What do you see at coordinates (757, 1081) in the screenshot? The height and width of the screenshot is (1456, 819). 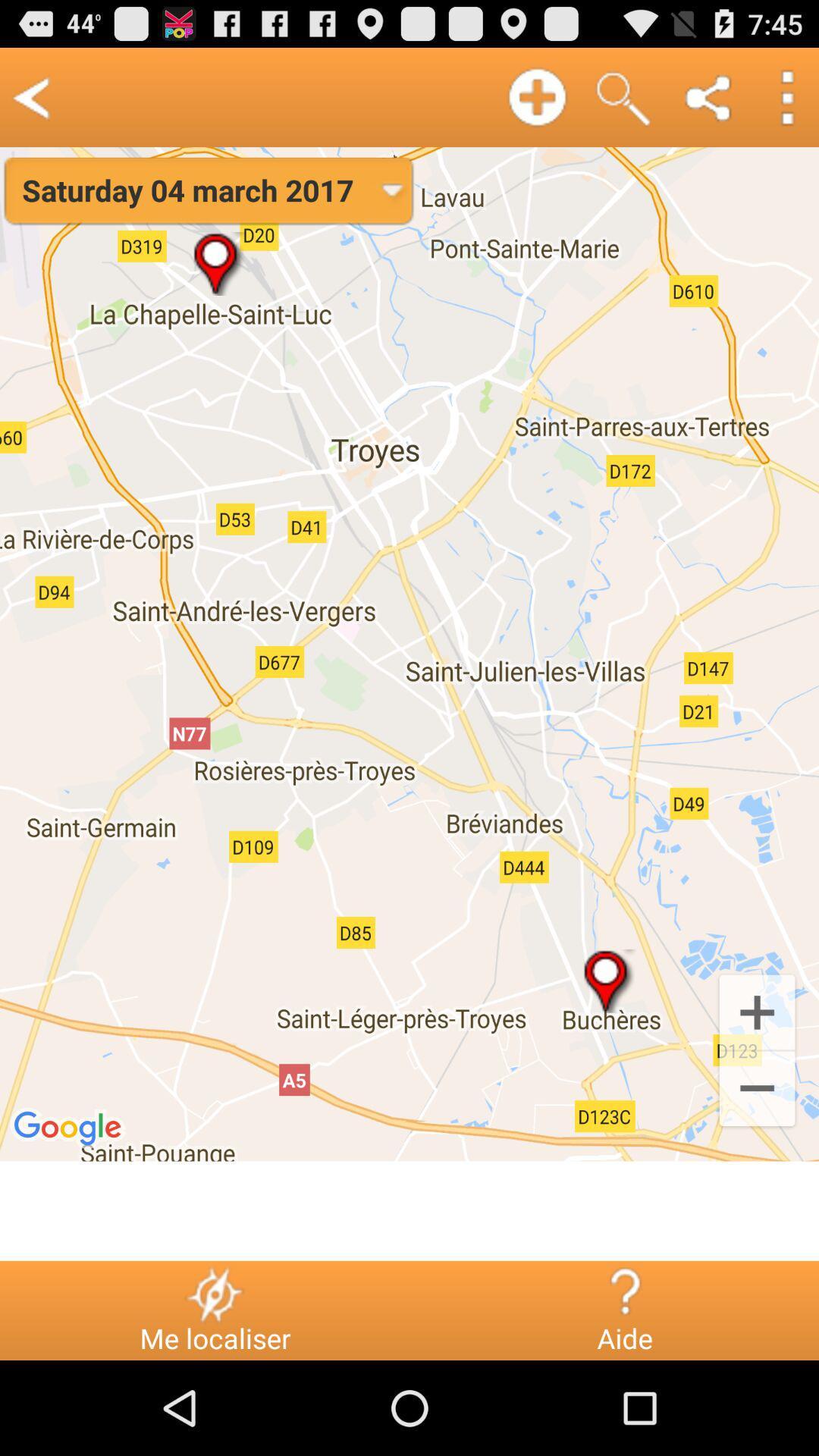 I see `the add icon` at bounding box center [757, 1081].